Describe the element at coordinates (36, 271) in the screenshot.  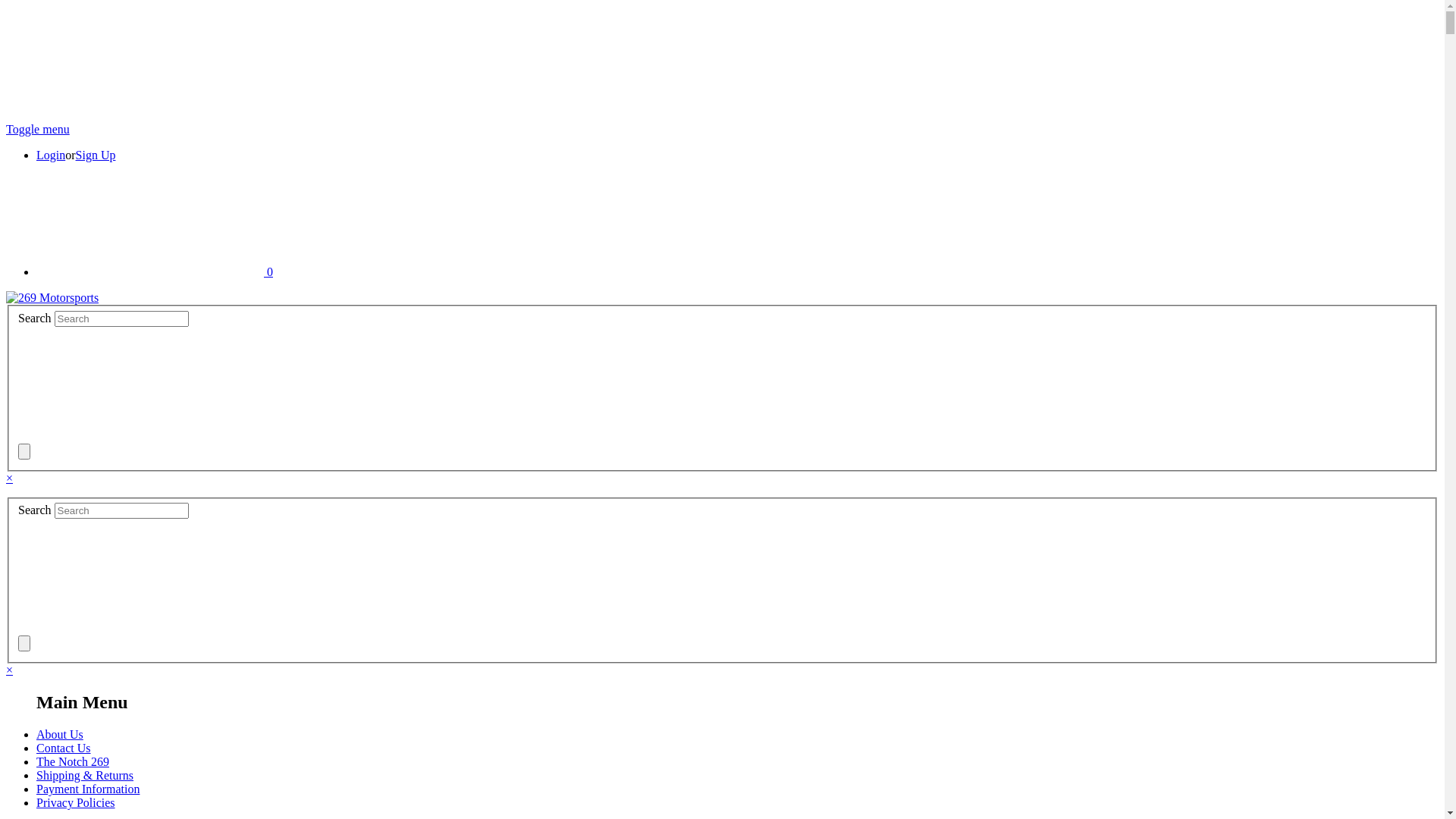
I see `'0'` at that location.